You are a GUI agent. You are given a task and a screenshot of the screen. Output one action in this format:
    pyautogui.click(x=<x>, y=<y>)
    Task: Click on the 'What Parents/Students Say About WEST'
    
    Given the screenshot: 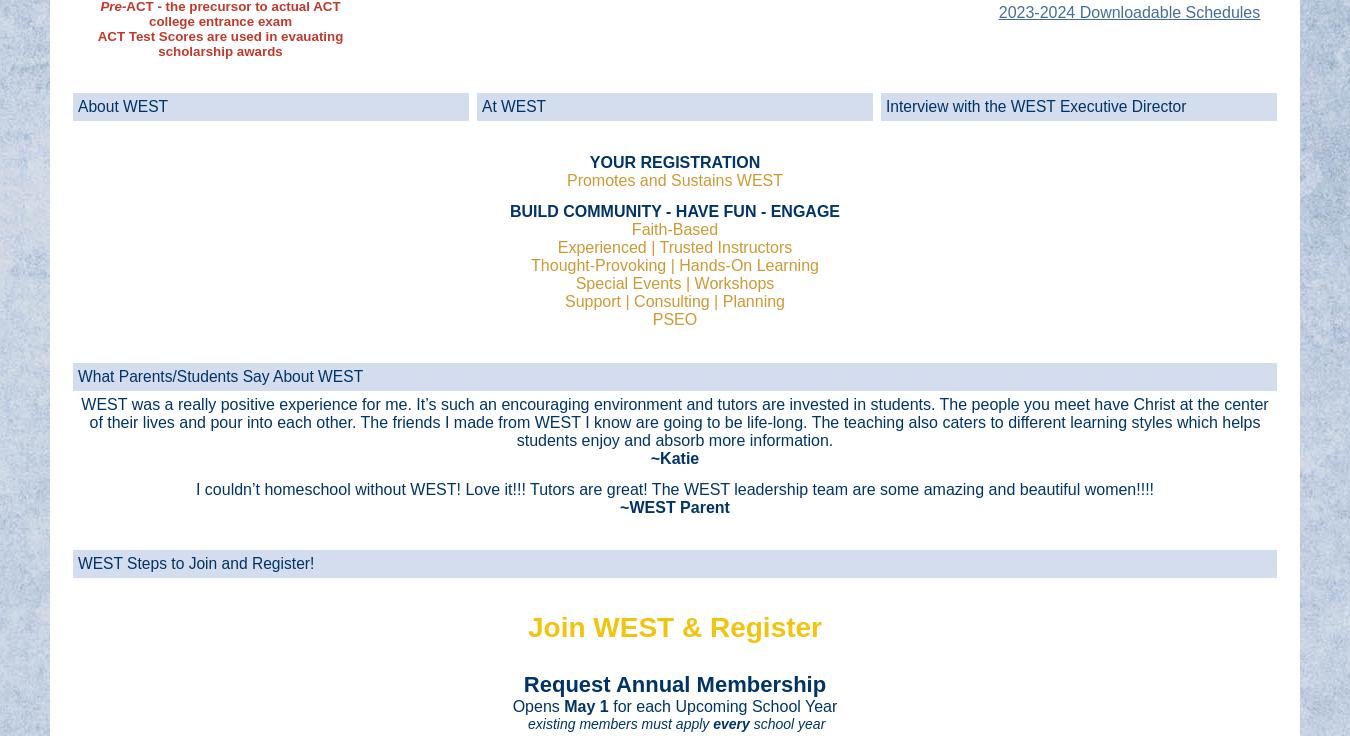 What is the action you would take?
    pyautogui.click(x=220, y=374)
    